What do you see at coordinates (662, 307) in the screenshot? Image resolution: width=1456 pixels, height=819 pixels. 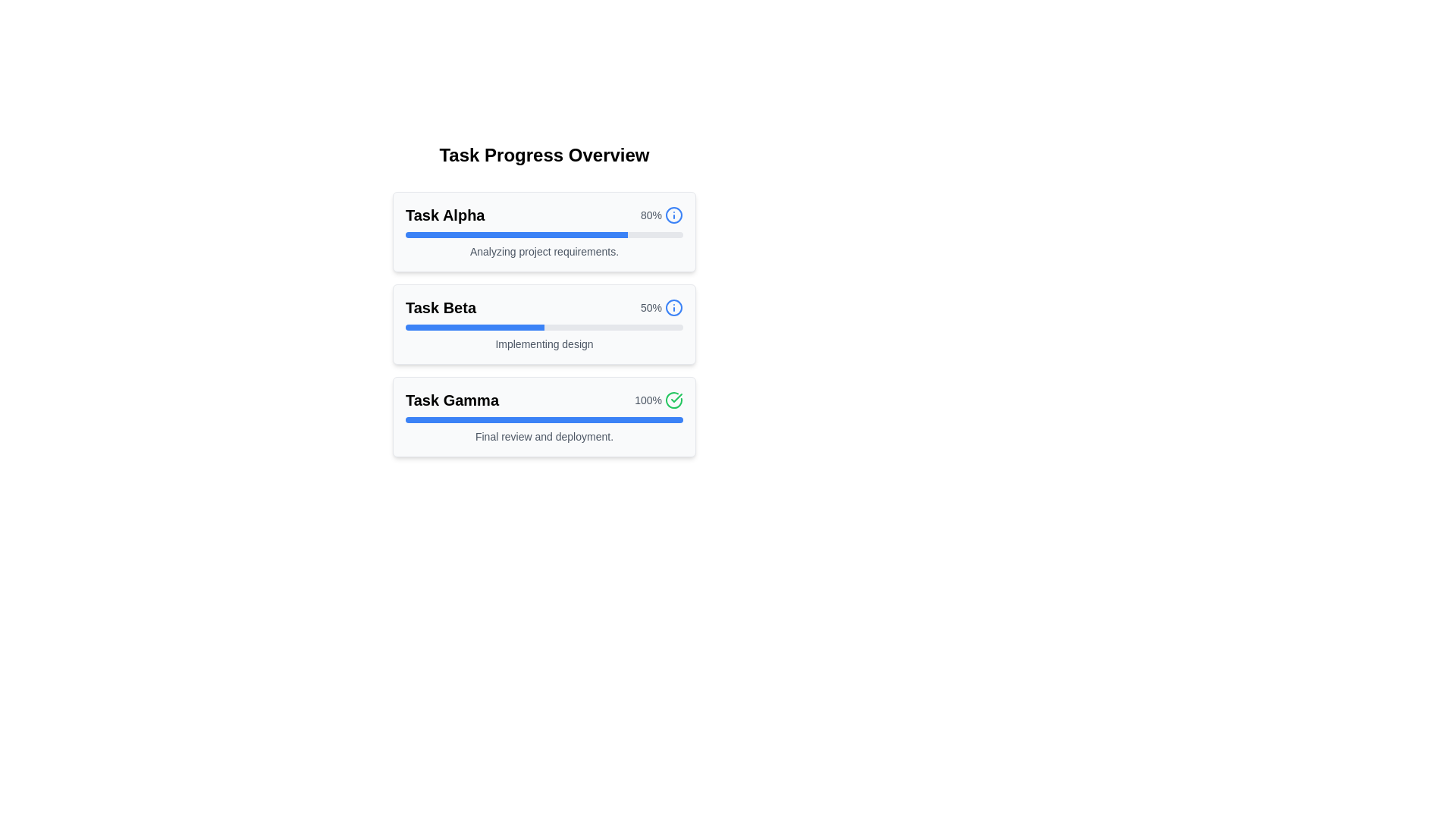 I see `the progress indicator for 'Task Beta'` at bounding box center [662, 307].